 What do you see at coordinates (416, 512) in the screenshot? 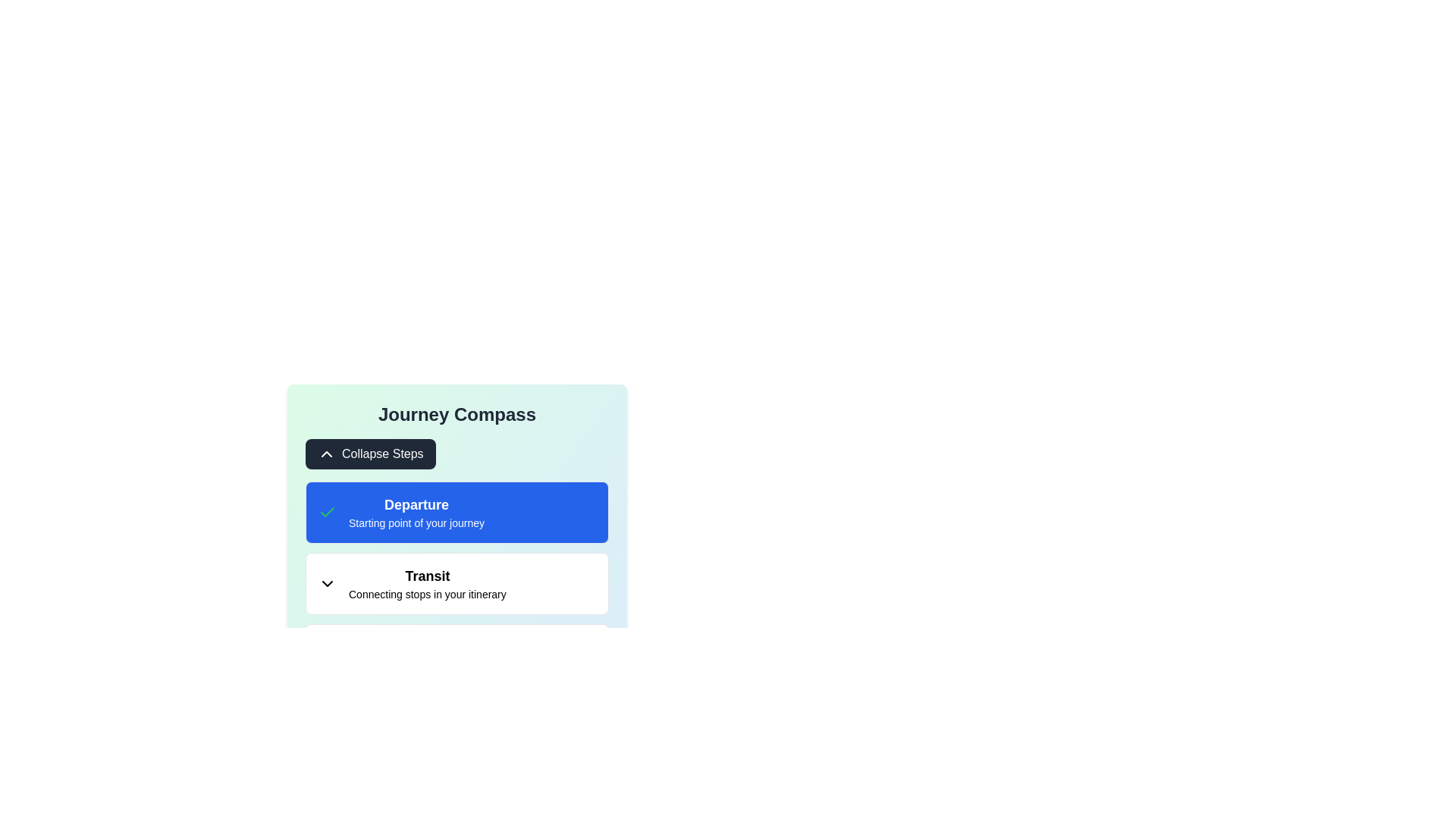
I see `the text label within the blue rectangular button that displays 'Departure' and 'Starting point of your journey.'` at bounding box center [416, 512].